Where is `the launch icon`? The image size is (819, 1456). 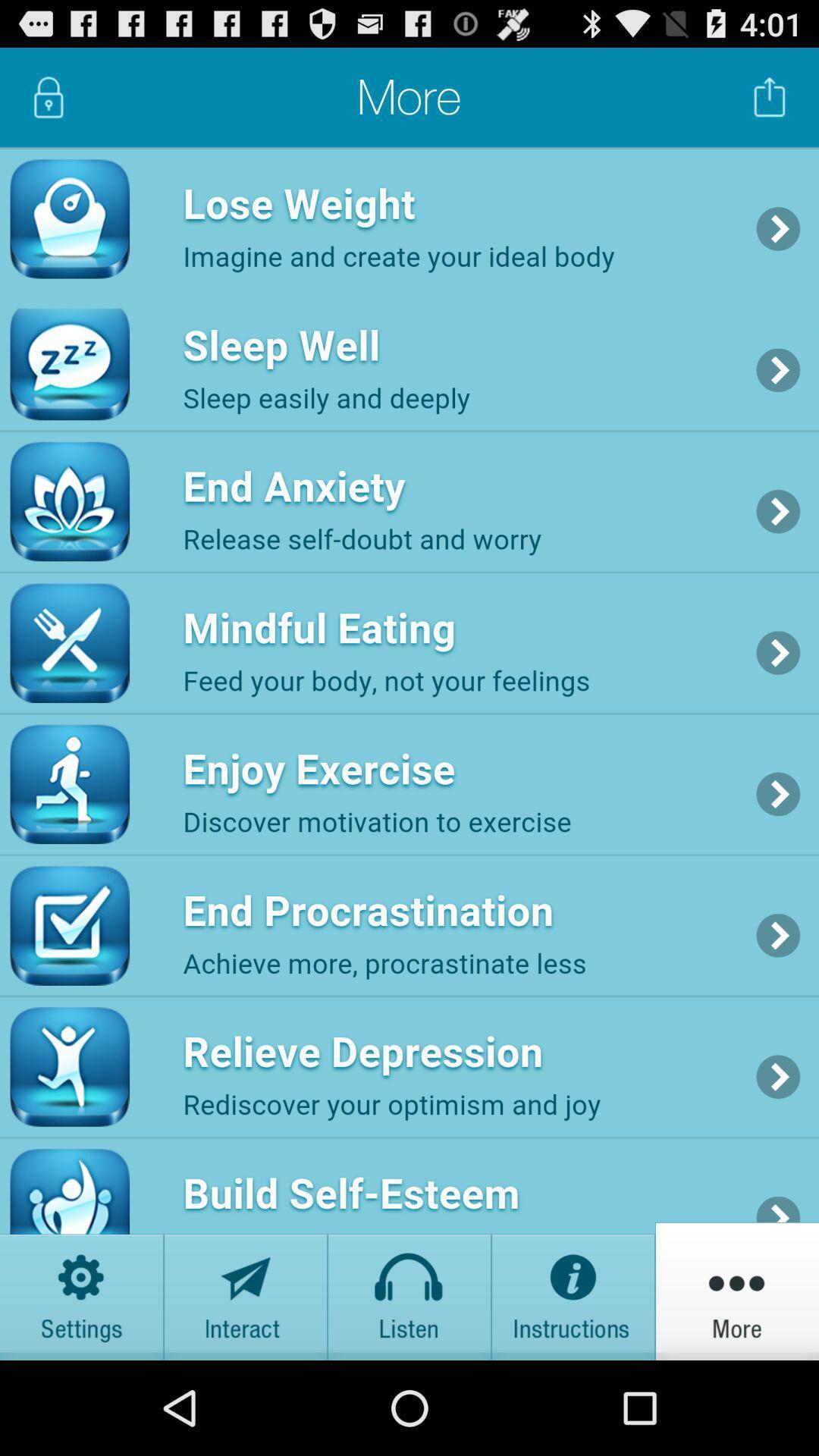
the launch icon is located at coordinates (770, 103).